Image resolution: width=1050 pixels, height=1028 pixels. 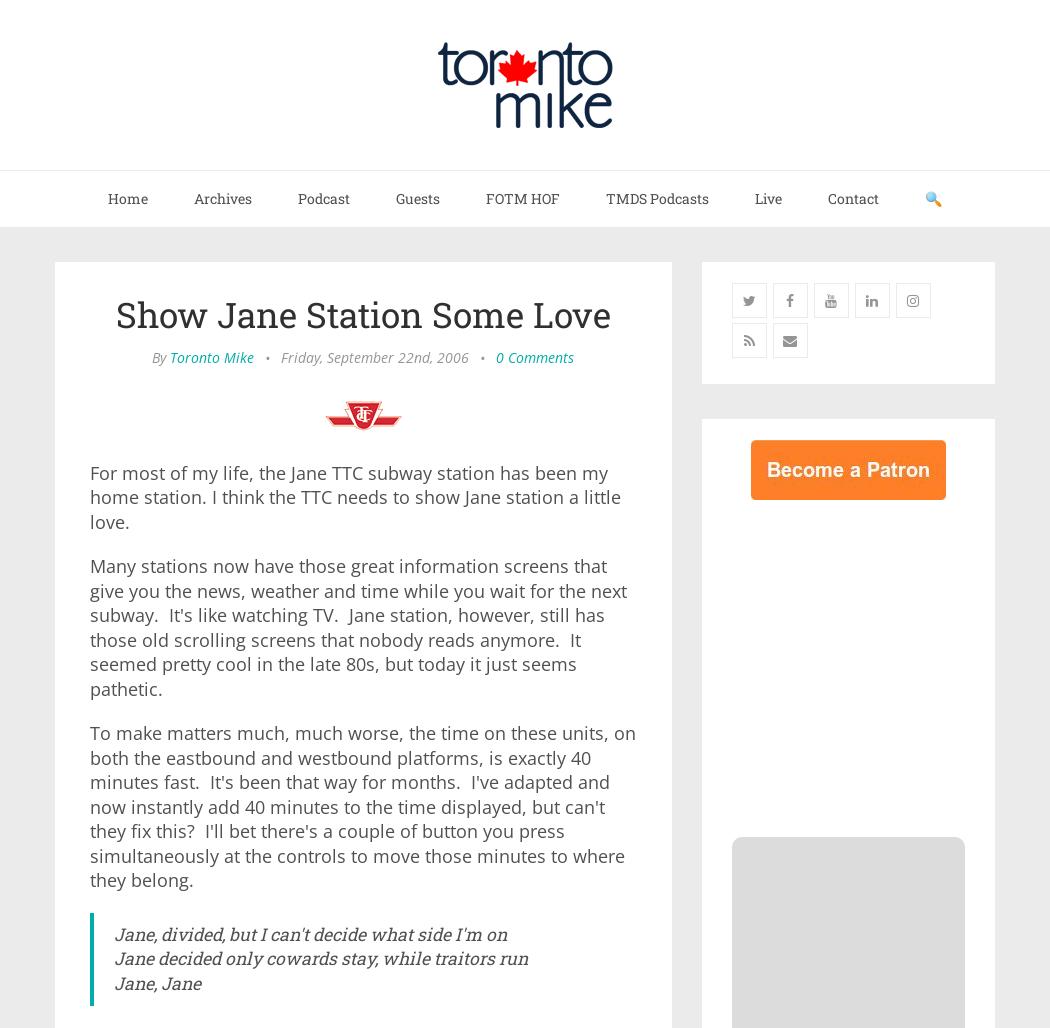 What do you see at coordinates (828, 197) in the screenshot?
I see `'Contact'` at bounding box center [828, 197].